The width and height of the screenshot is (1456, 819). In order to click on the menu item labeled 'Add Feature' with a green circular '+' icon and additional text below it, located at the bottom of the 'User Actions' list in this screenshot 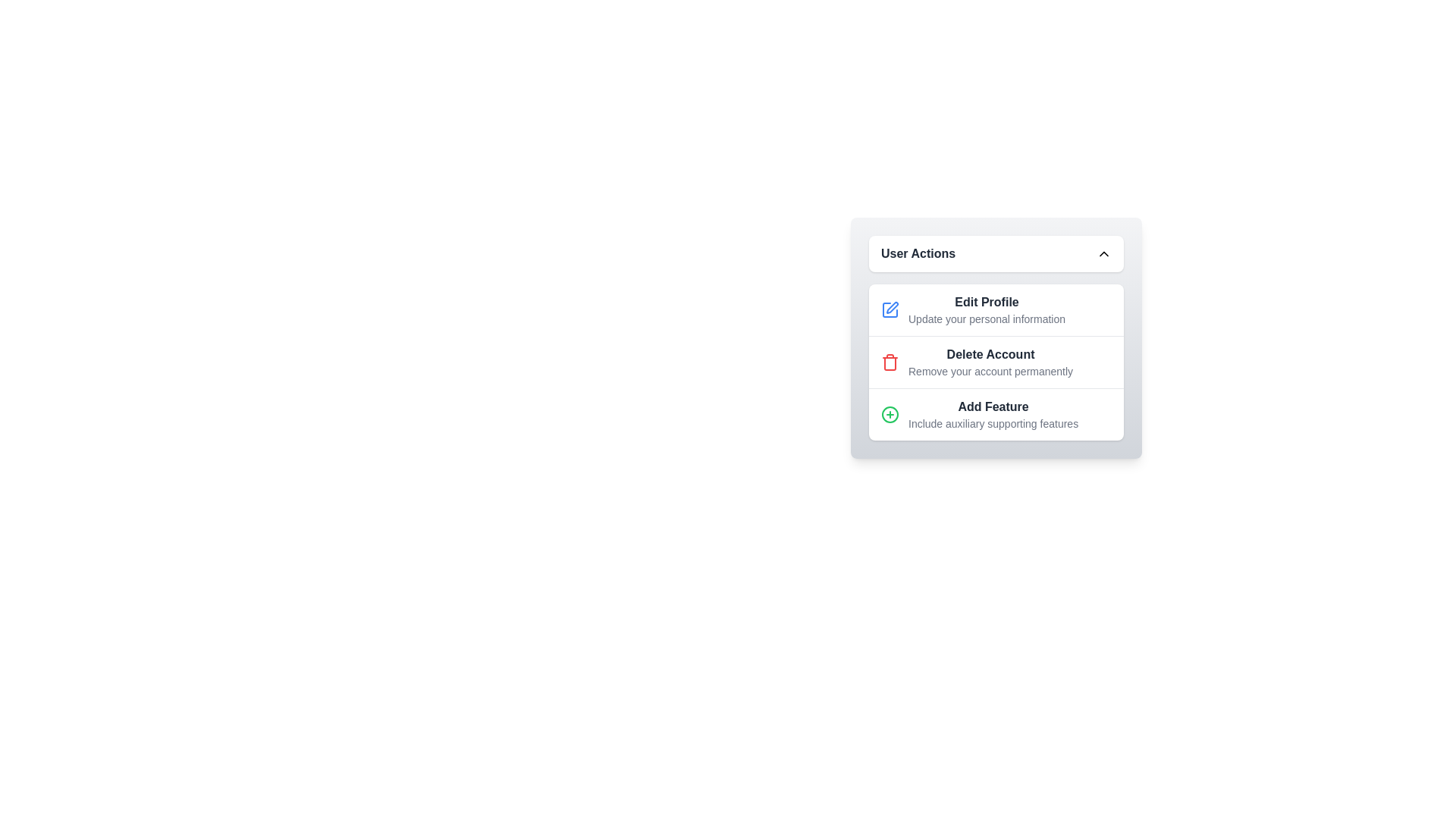, I will do `click(996, 414)`.